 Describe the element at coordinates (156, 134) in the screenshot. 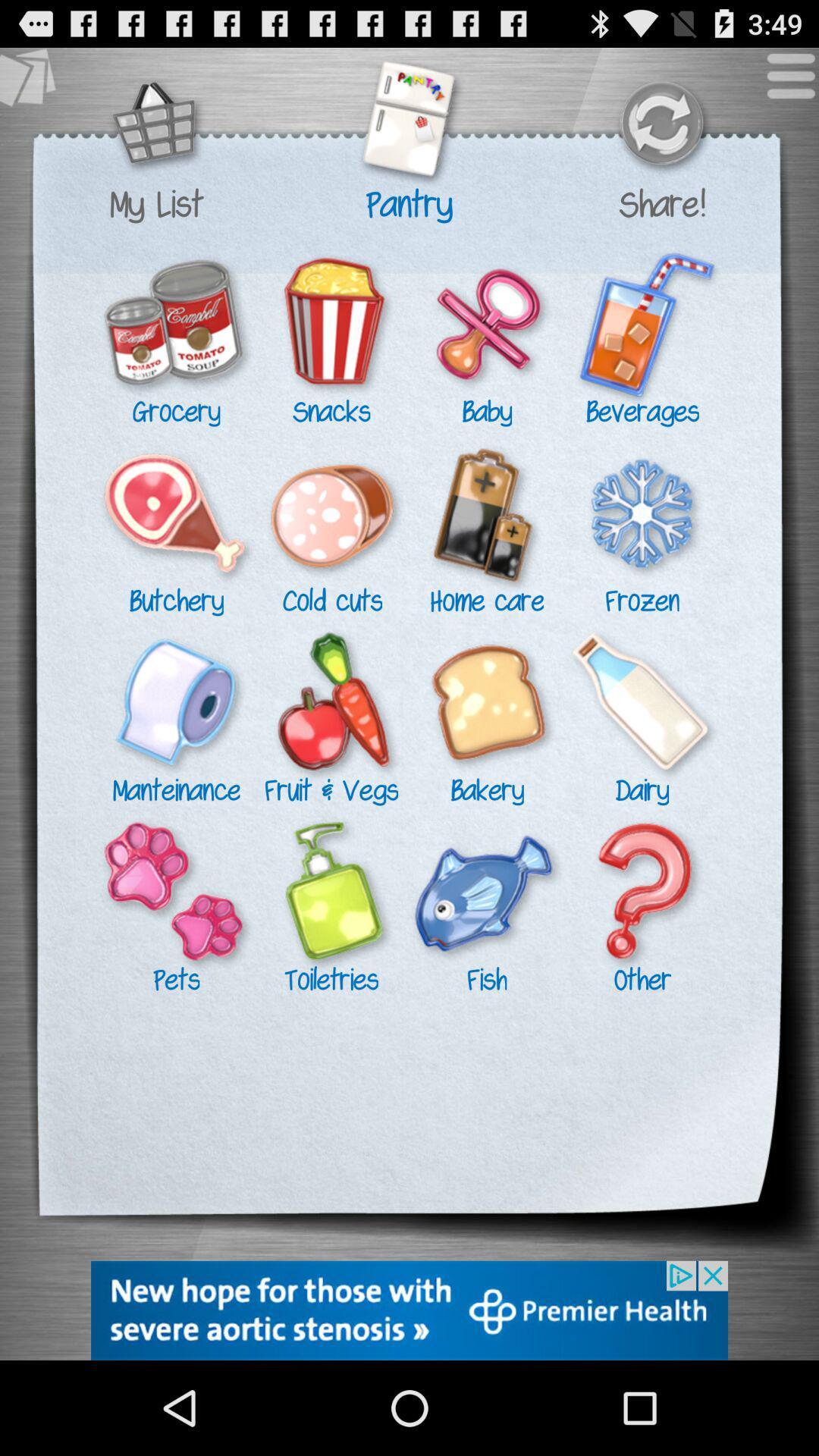

I see `the cart icon` at that location.